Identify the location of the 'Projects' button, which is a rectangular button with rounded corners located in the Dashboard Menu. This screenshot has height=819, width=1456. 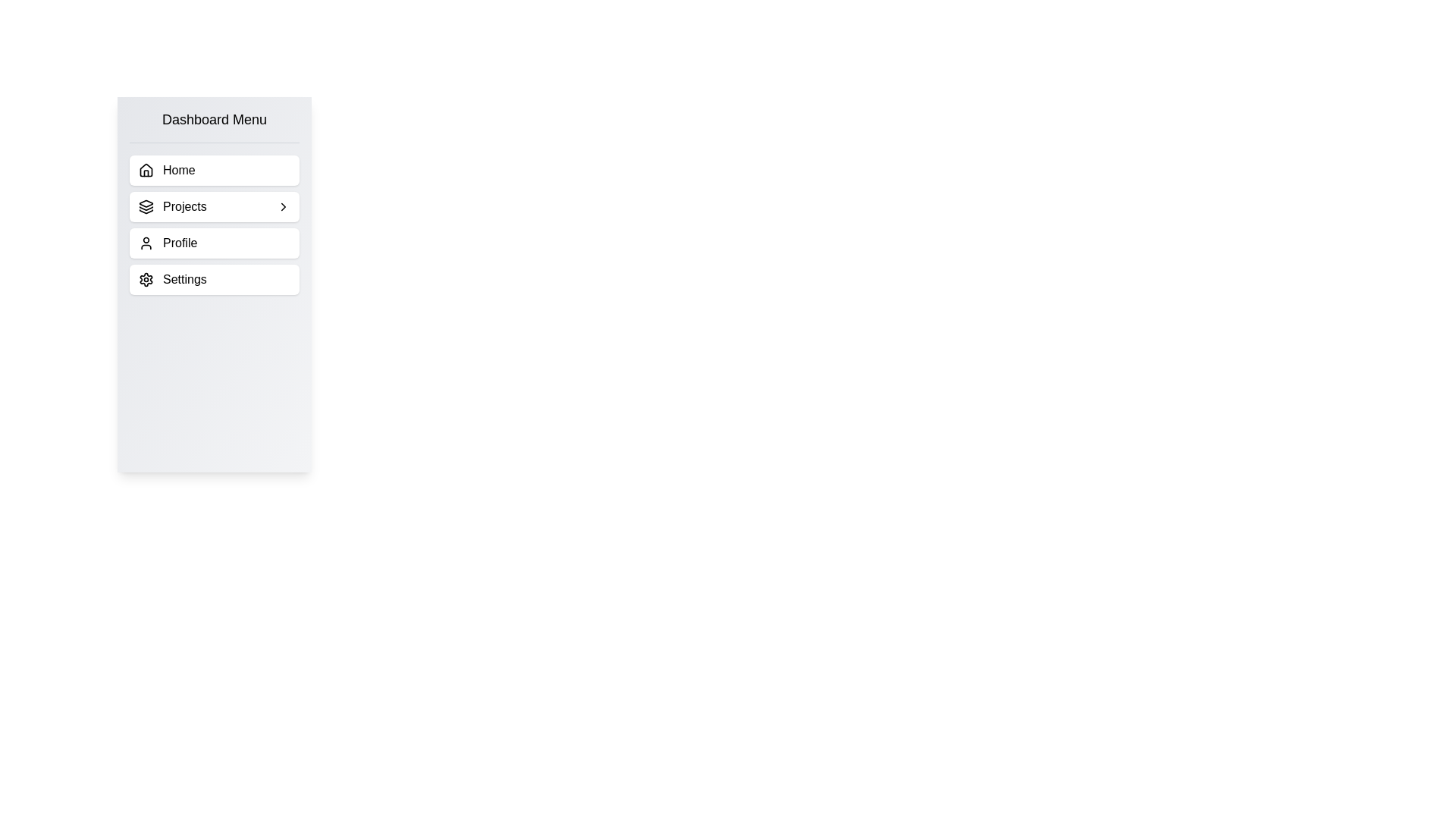
(214, 207).